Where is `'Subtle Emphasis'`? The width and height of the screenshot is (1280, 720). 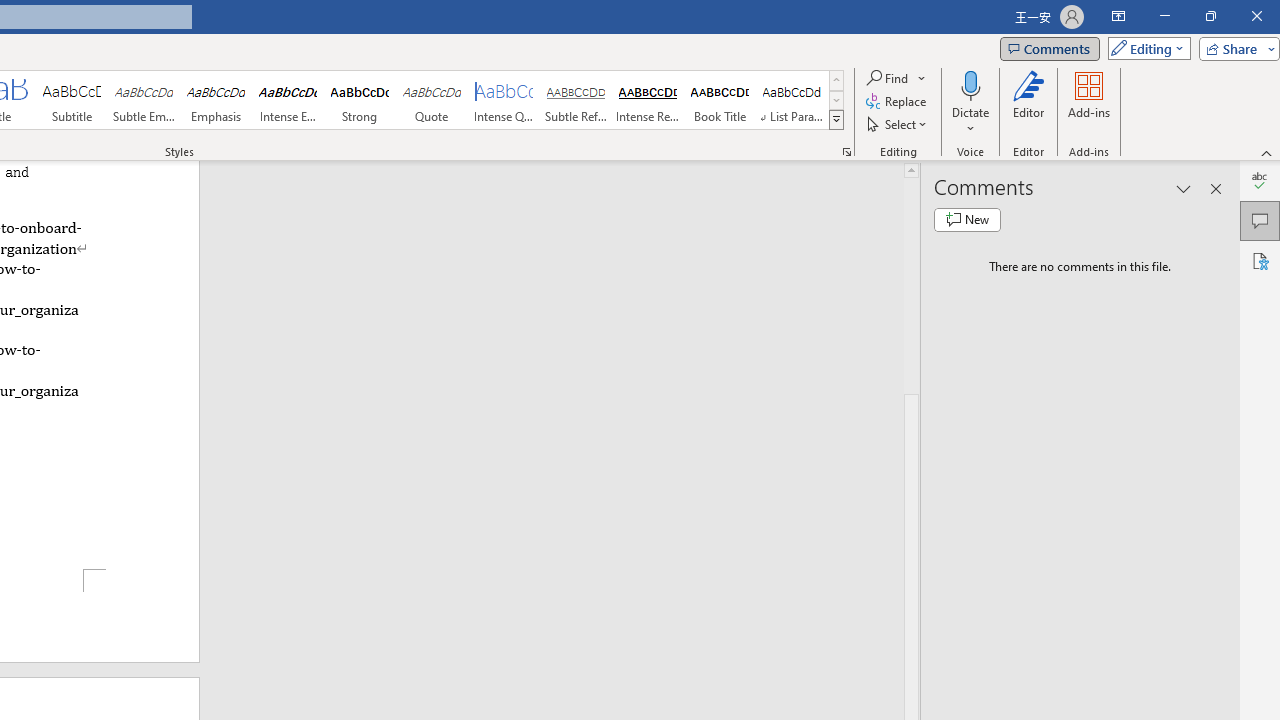
'Subtle Emphasis' is located at coordinates (143, 100).